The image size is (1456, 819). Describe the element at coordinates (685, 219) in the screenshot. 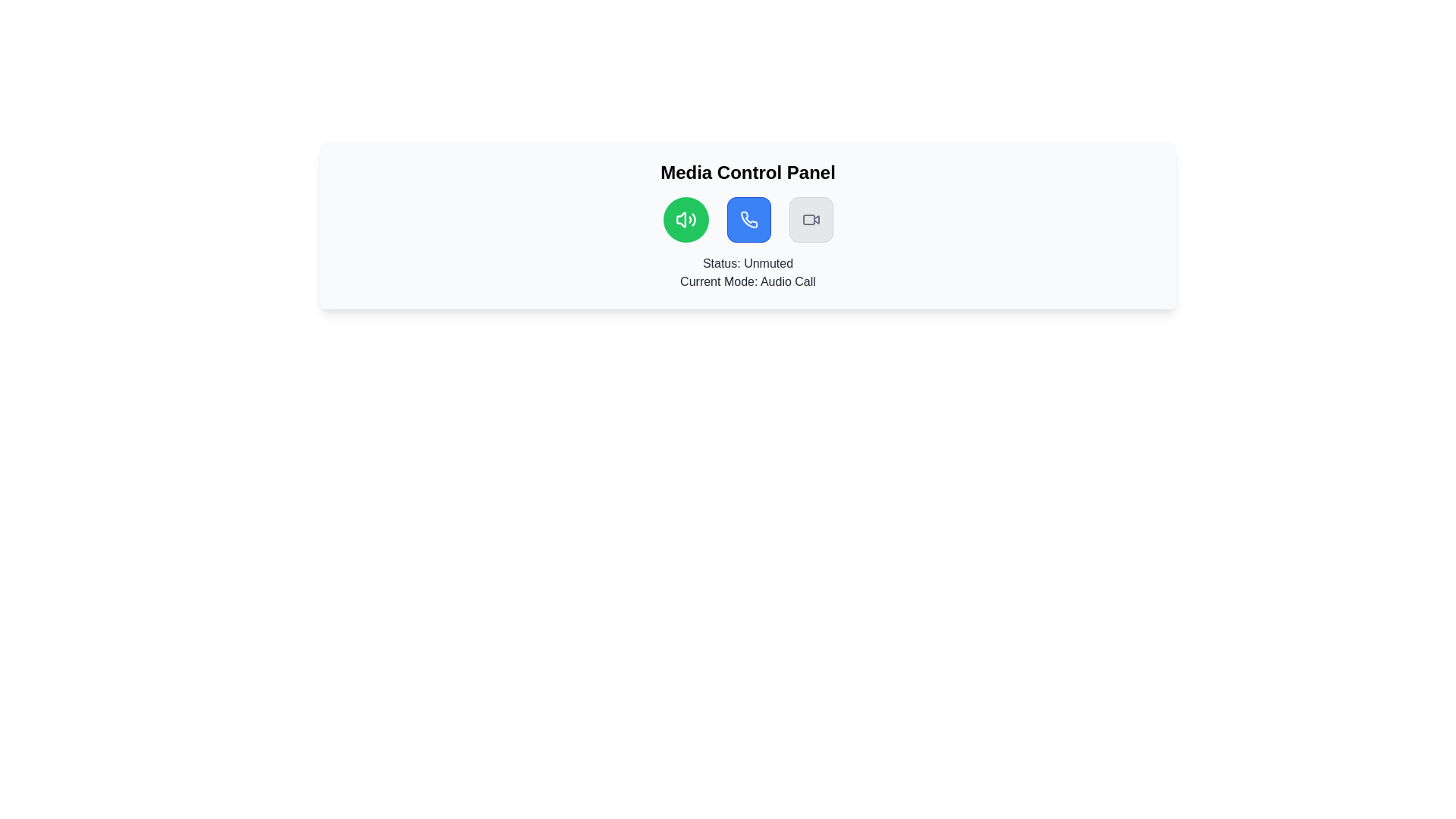

I see `the first icon button in the media control panel` at that location.